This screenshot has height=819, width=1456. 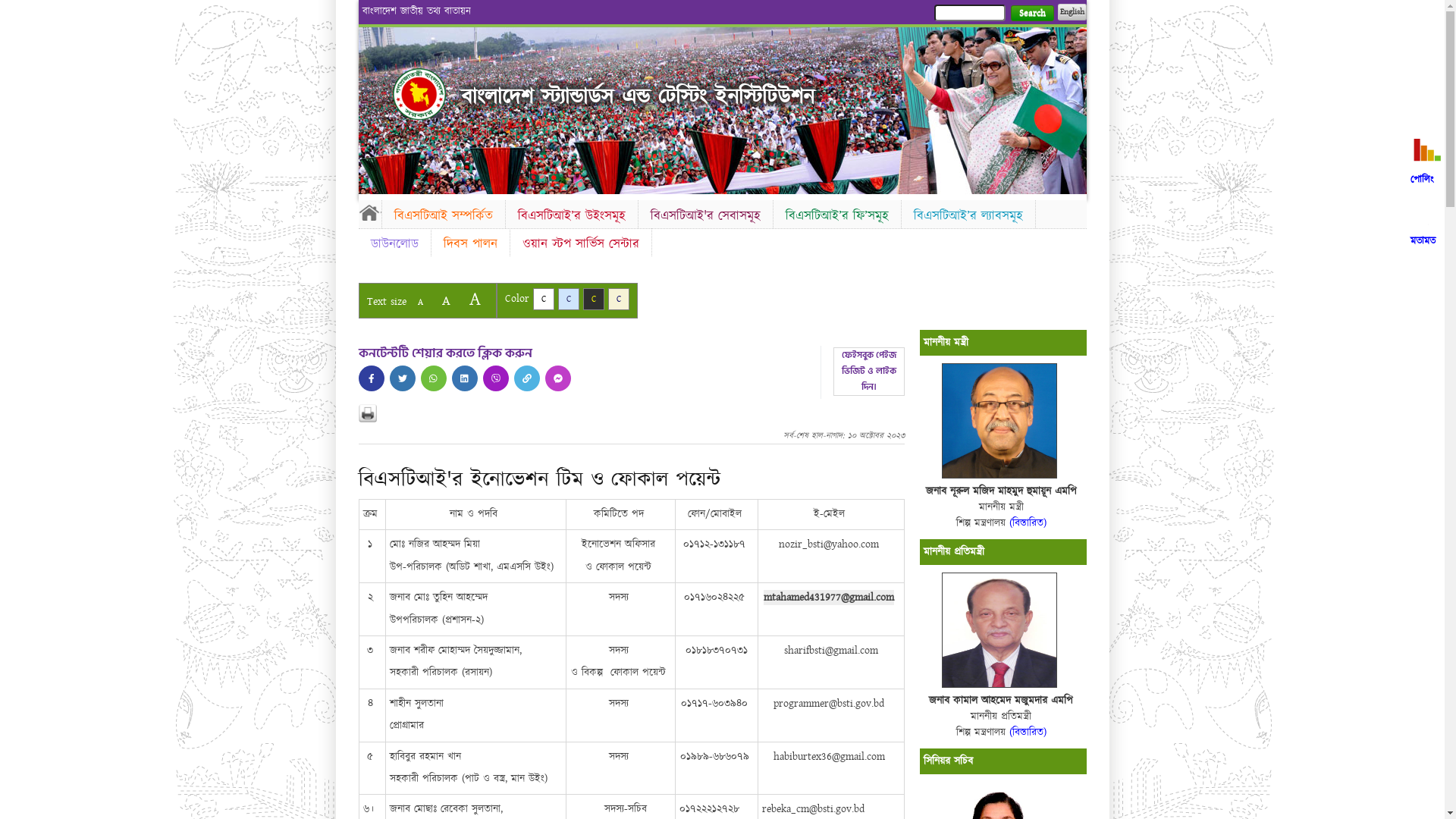 What do you see at coordinates (1009, 13) in the screenshot?
I see `'Search'` at bounding box center [1009, 13].